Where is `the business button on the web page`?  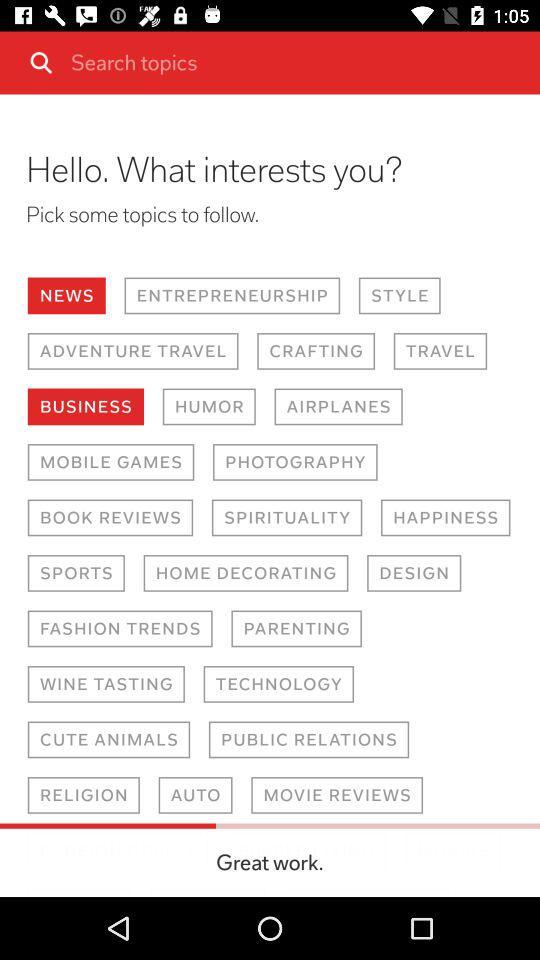 the business button on the web page is located at coordinates (85, 406).